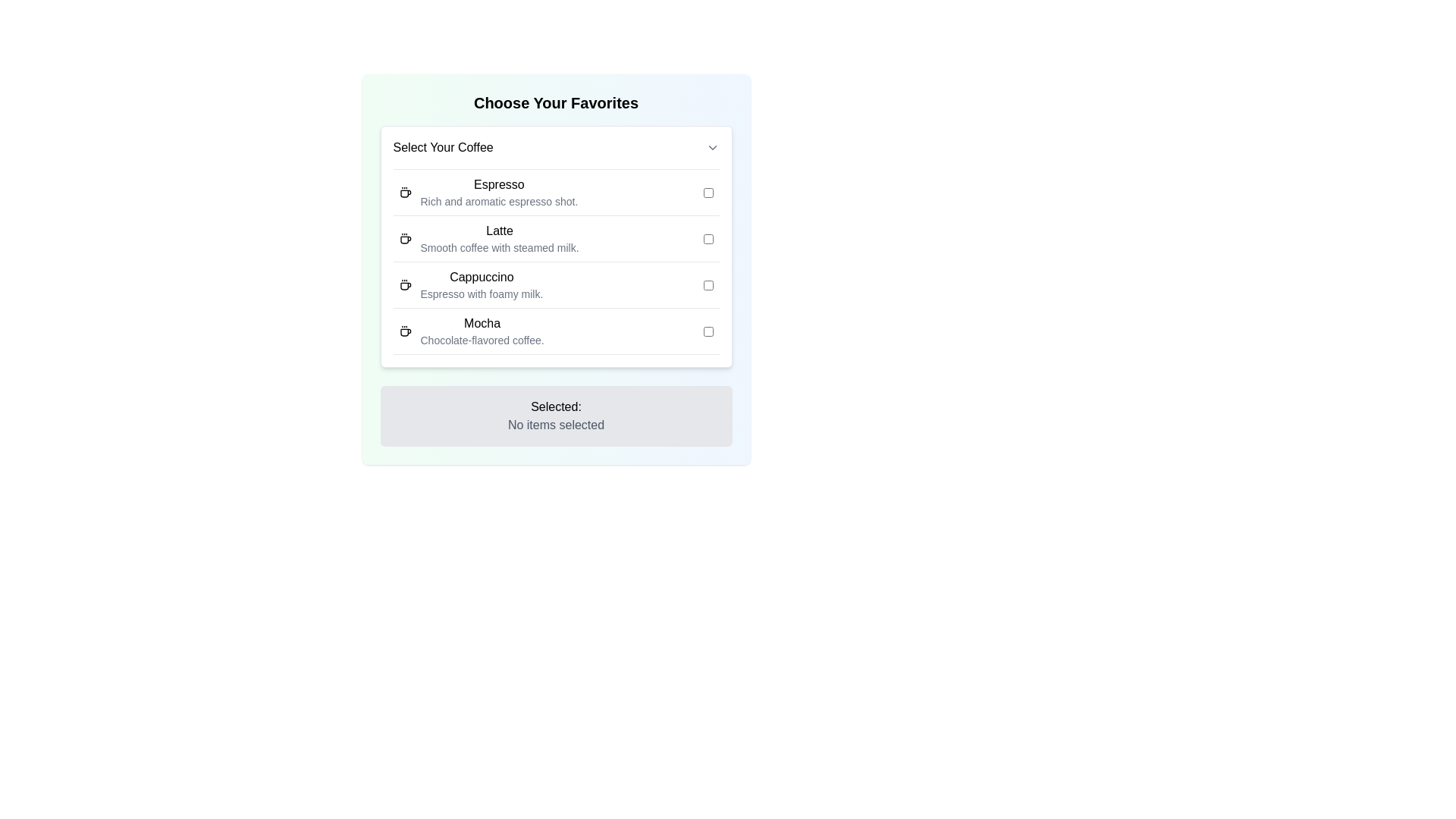  I want to click on the label that contains the text 'Selected:' which is bolded and located above 'No items selected', so click(555, 406).